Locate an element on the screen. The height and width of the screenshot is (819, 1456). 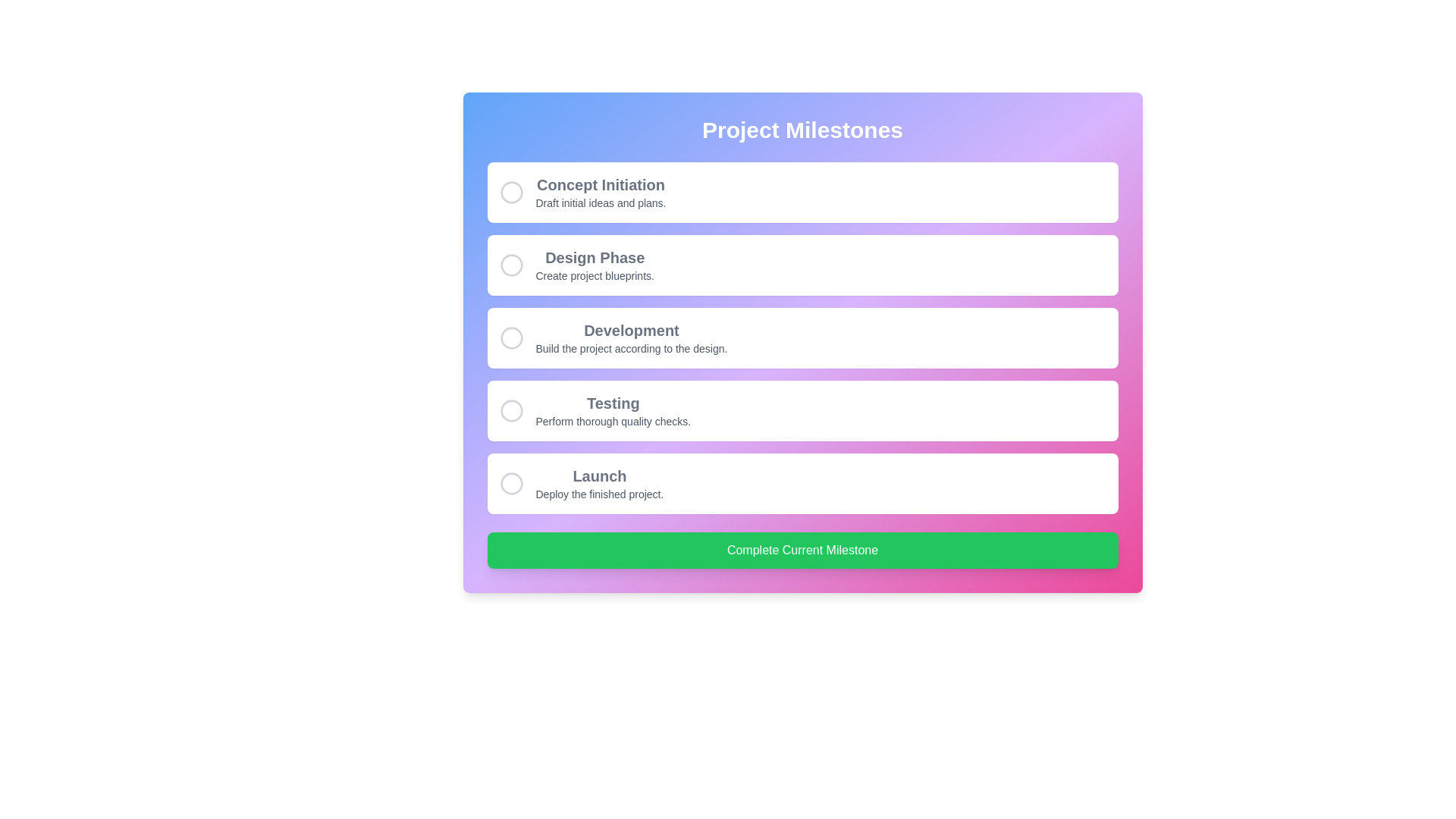
the decorative circle with a hollow center and a gray stroke outline, which is the inner circle in the second entry of the vertical list under the 'Design Phase' label is located at coordinates (511, 265).